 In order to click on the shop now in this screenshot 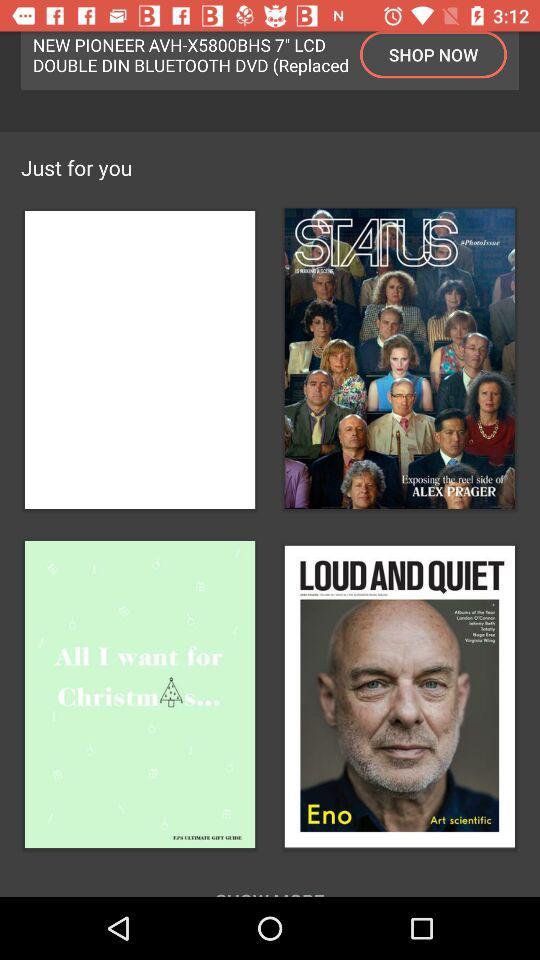, I will do `click(432, 53)`.